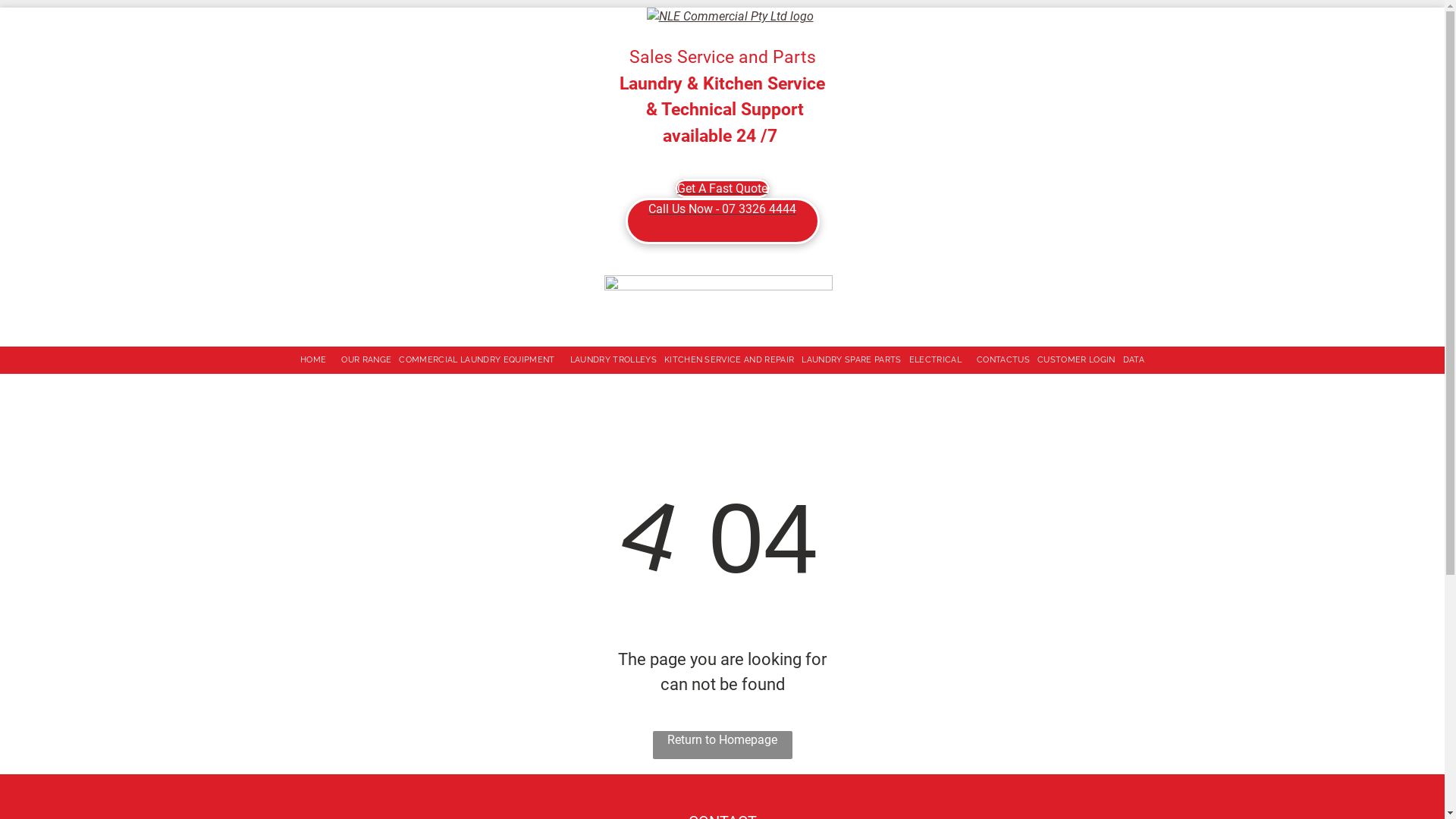  What do you see at coordinates (566, 360) in the screenshot?
I see `'LAUNDRY TROLLEYS'` at bounding box center [566, 360].